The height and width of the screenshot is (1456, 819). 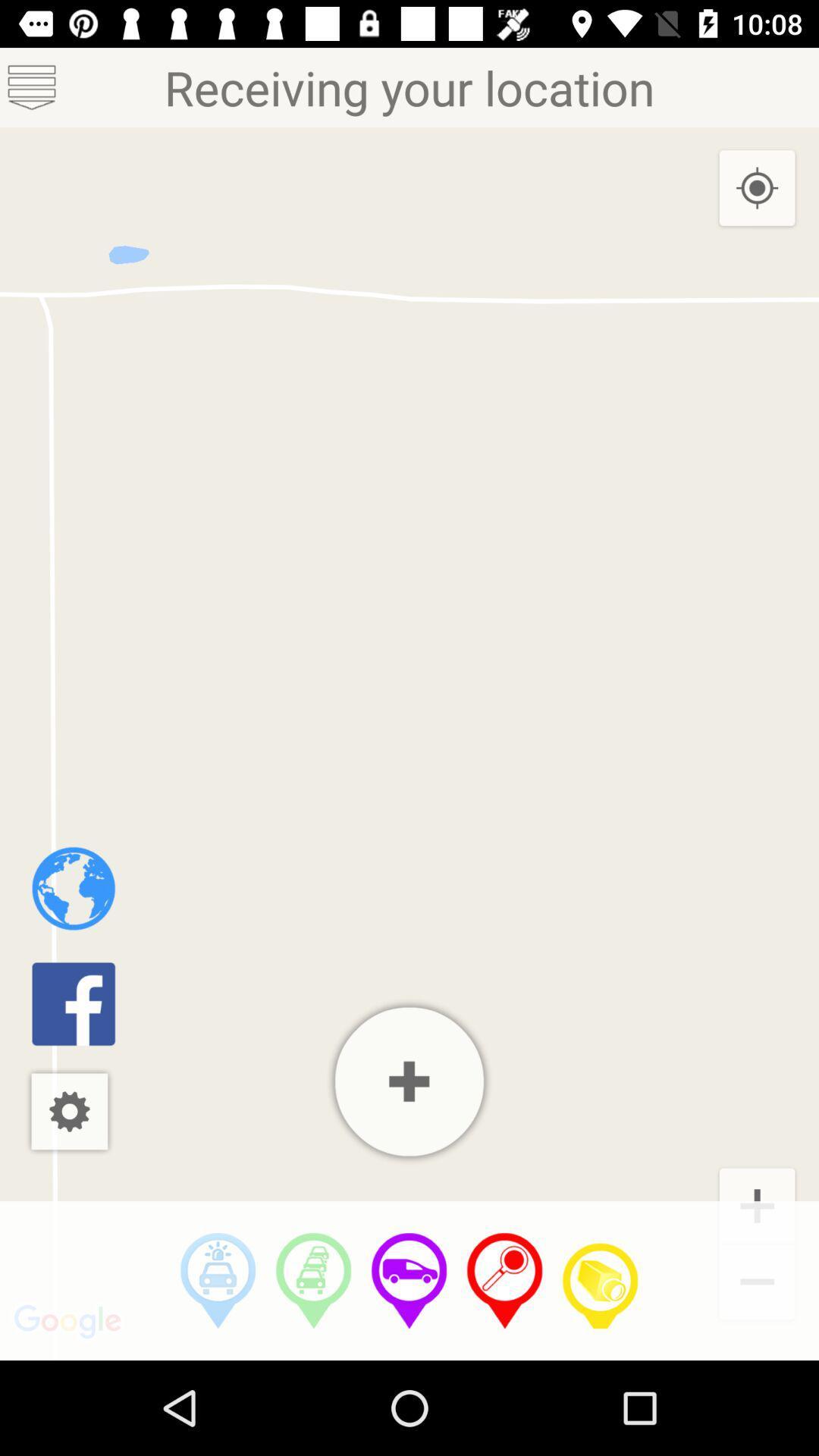 What do you see at coordinates (74, 888) in the screenshot?
I see `views overhead global view` at bounding box center [74, 888].